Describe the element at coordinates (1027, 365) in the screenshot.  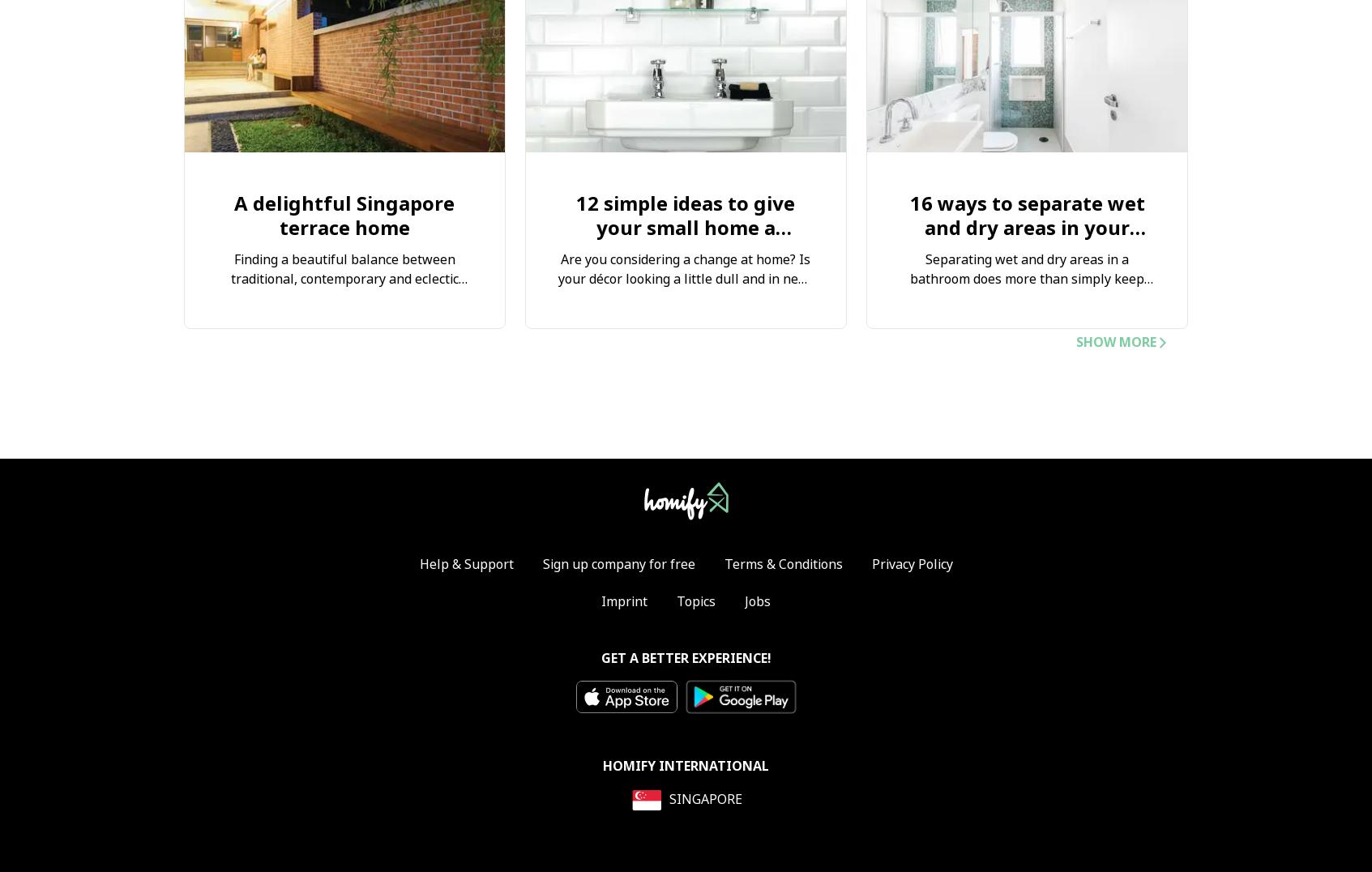
I see `'If you'd like a little inspiration, we've gathered 16 great examples that offer stylish and enviable spaces. Check them out below...'` at that location.